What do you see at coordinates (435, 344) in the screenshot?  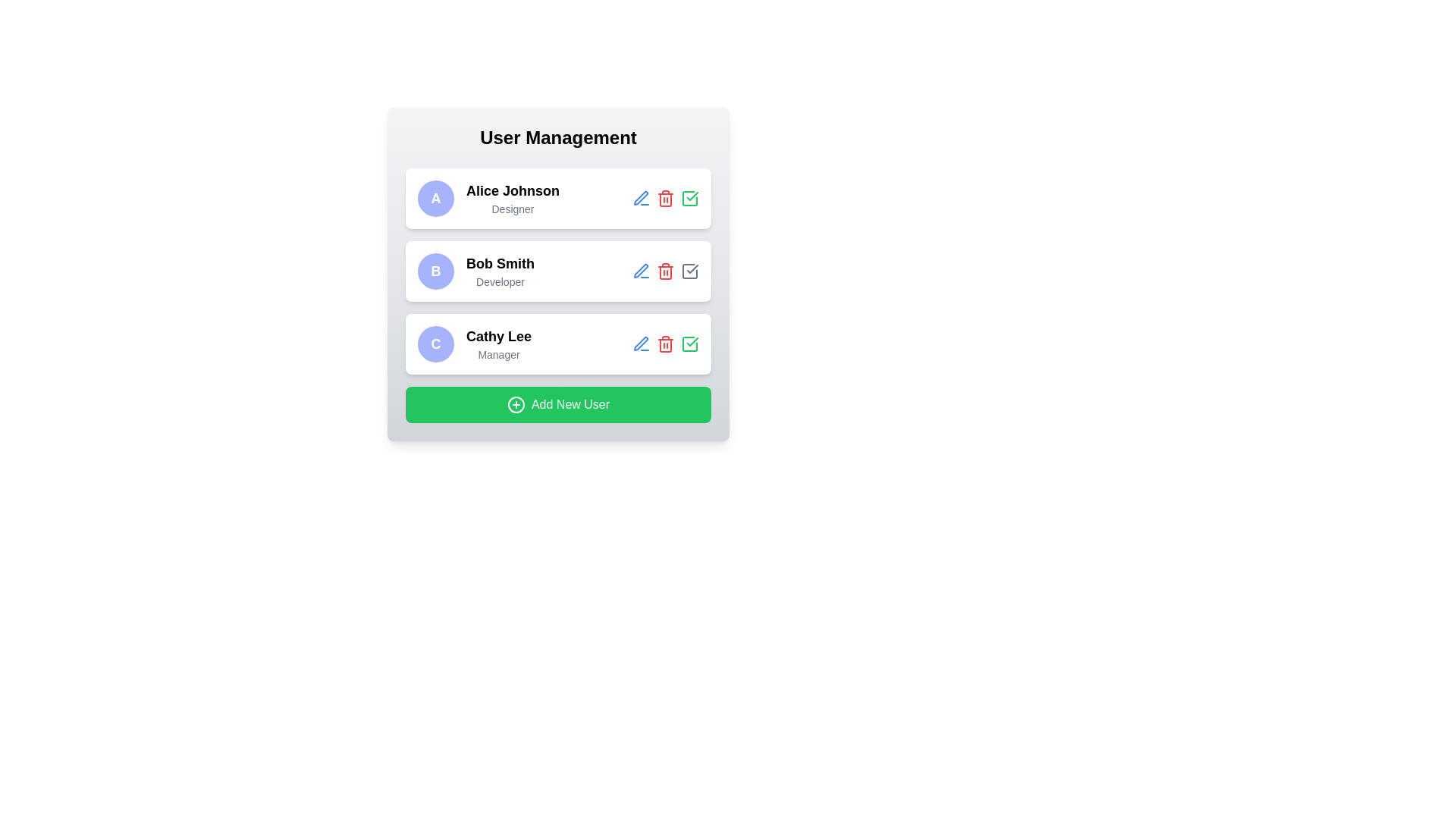 I see `the circular avatar placeholder featuring a light indigo background with a bold white letter 'C', positioned to the left of 'Cathy Lee, Manager'` at bounding box center [435, 344].